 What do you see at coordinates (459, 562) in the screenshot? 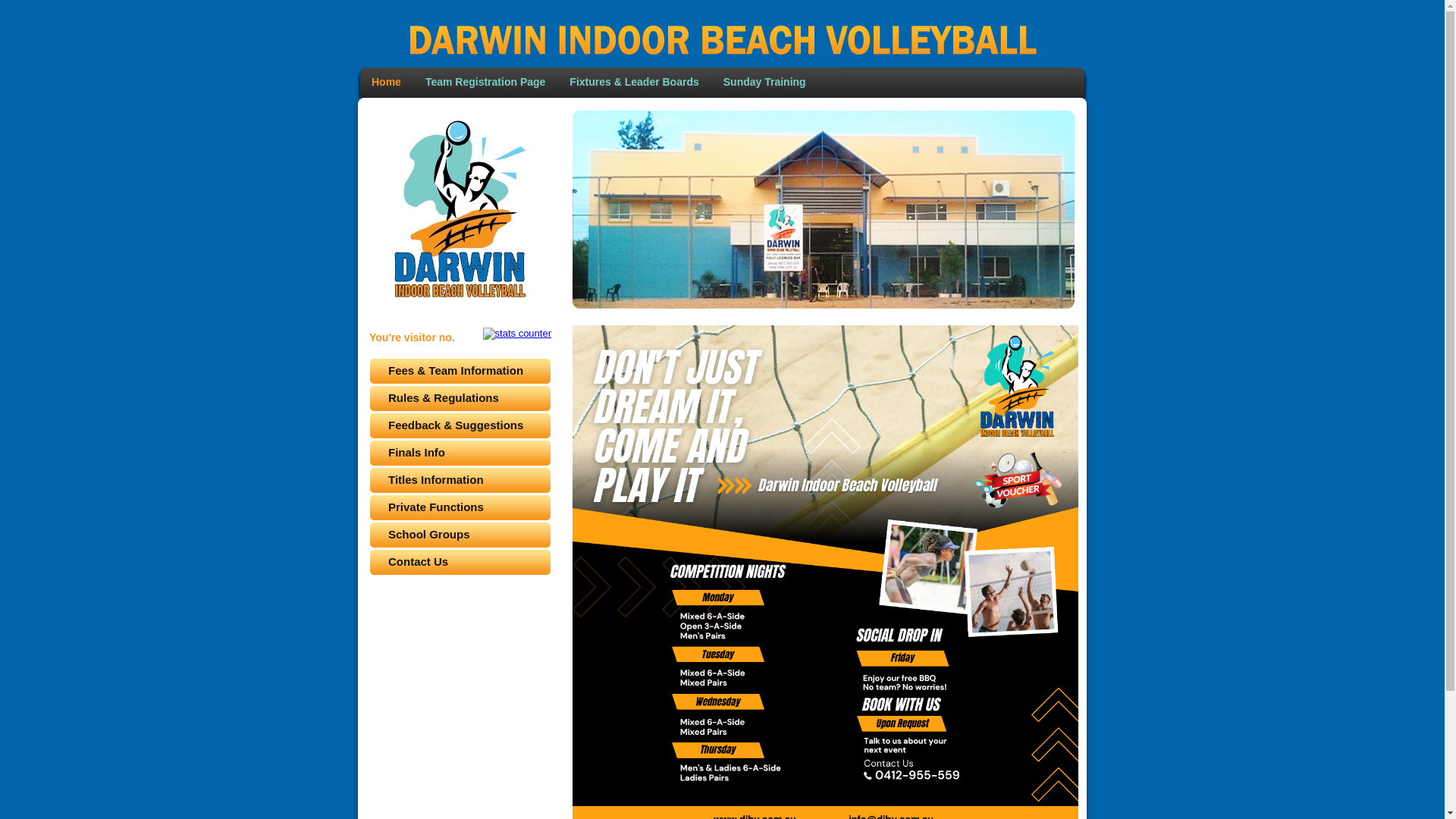
I see `'Contact Us'` at bounding box center [459, 562].